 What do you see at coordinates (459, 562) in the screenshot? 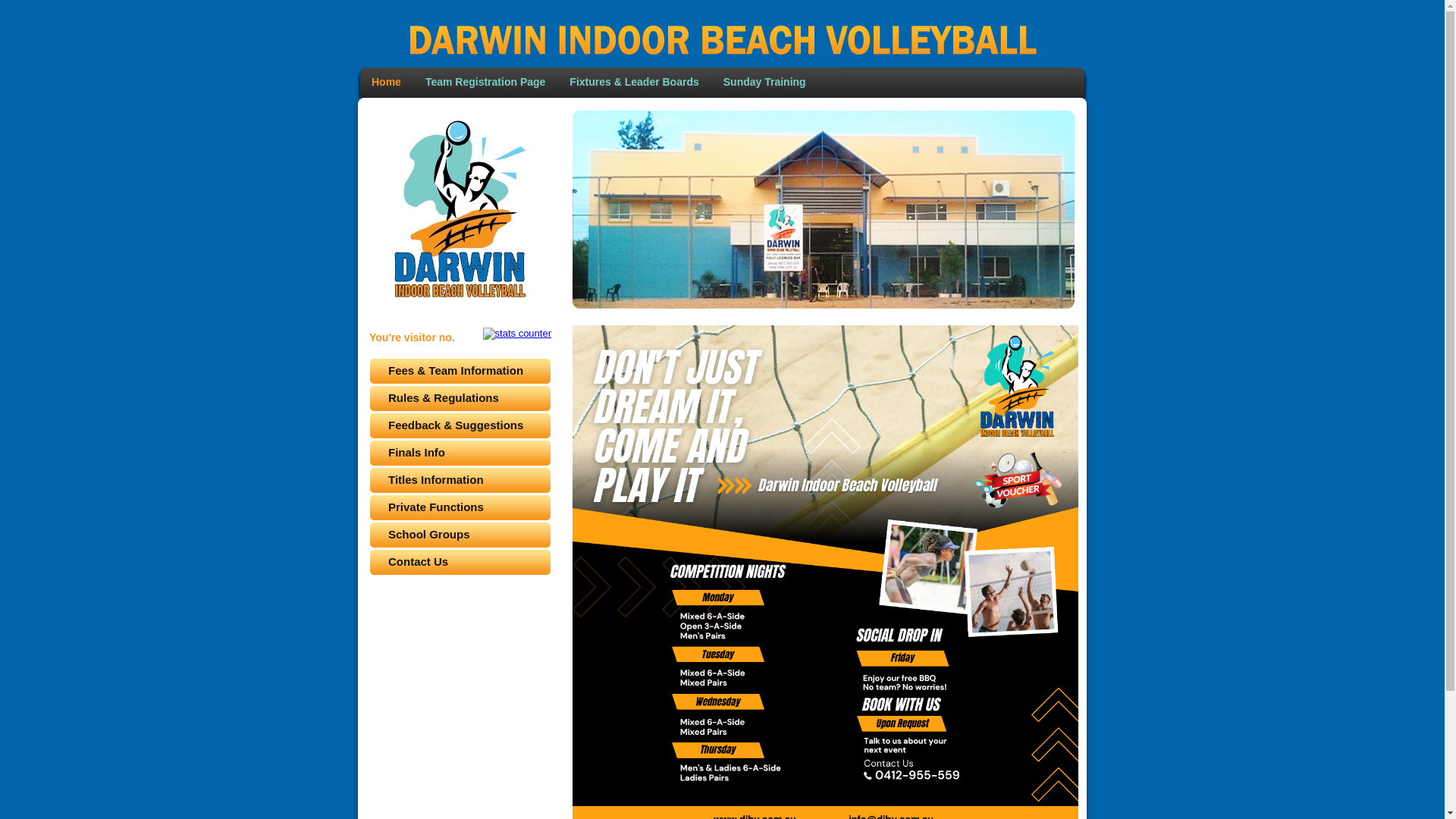
I see `'Contact Us'` at bounding box center [459, 562].